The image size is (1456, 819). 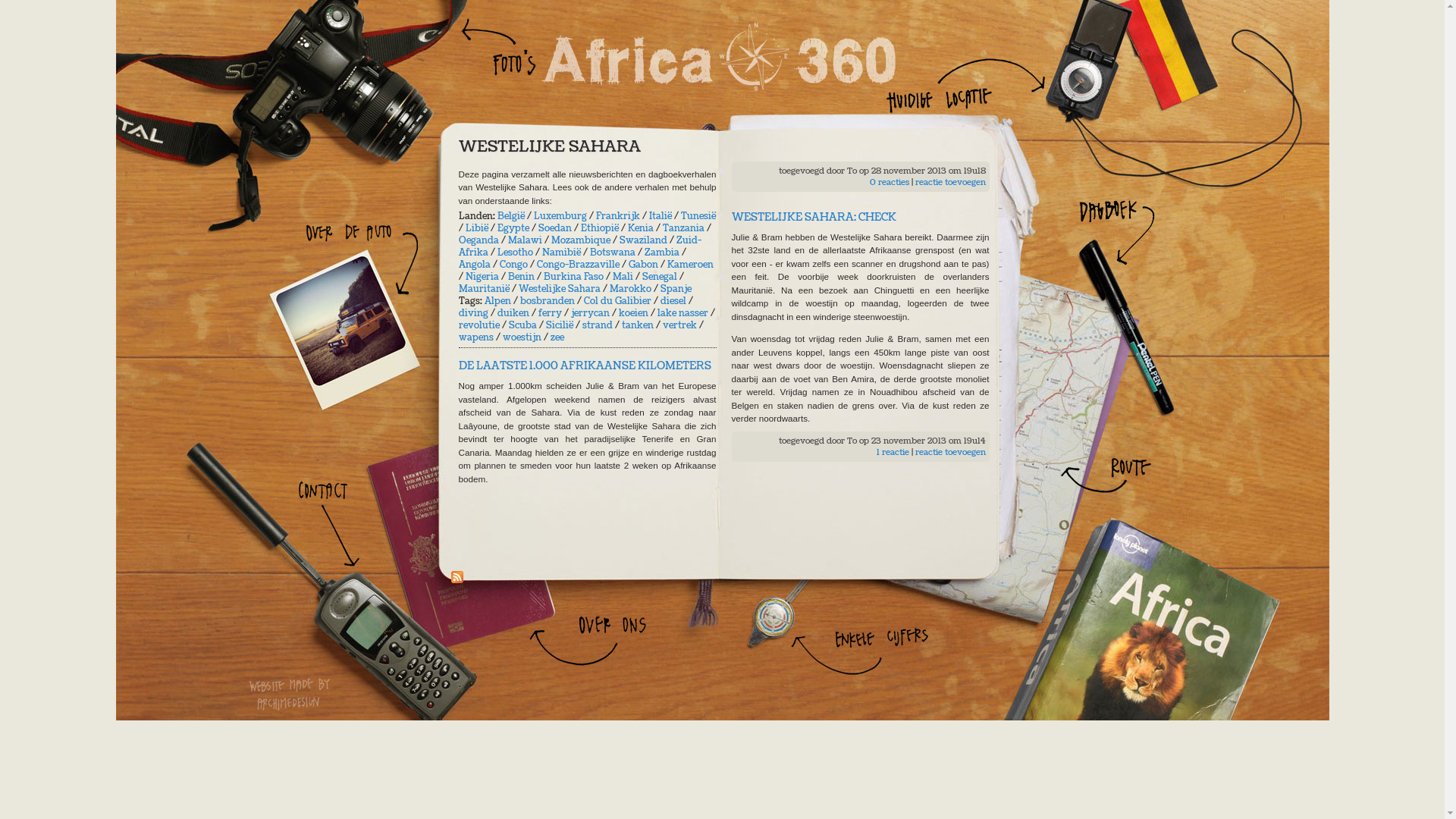 I want to click on 'Botswana', so click(x=588, y=251).